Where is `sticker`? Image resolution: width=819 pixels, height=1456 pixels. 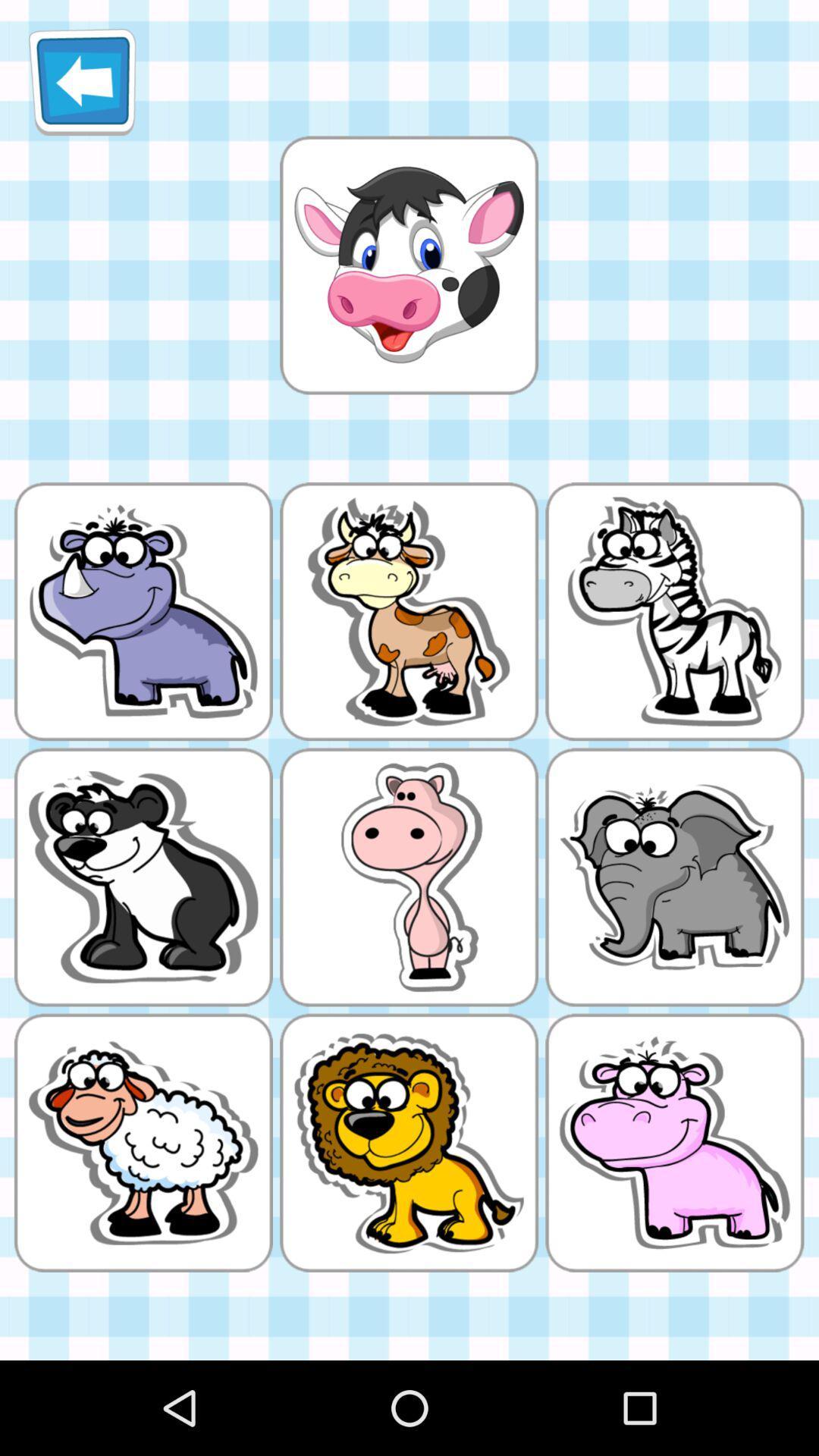 sticker is located at coordinates (408, 265).